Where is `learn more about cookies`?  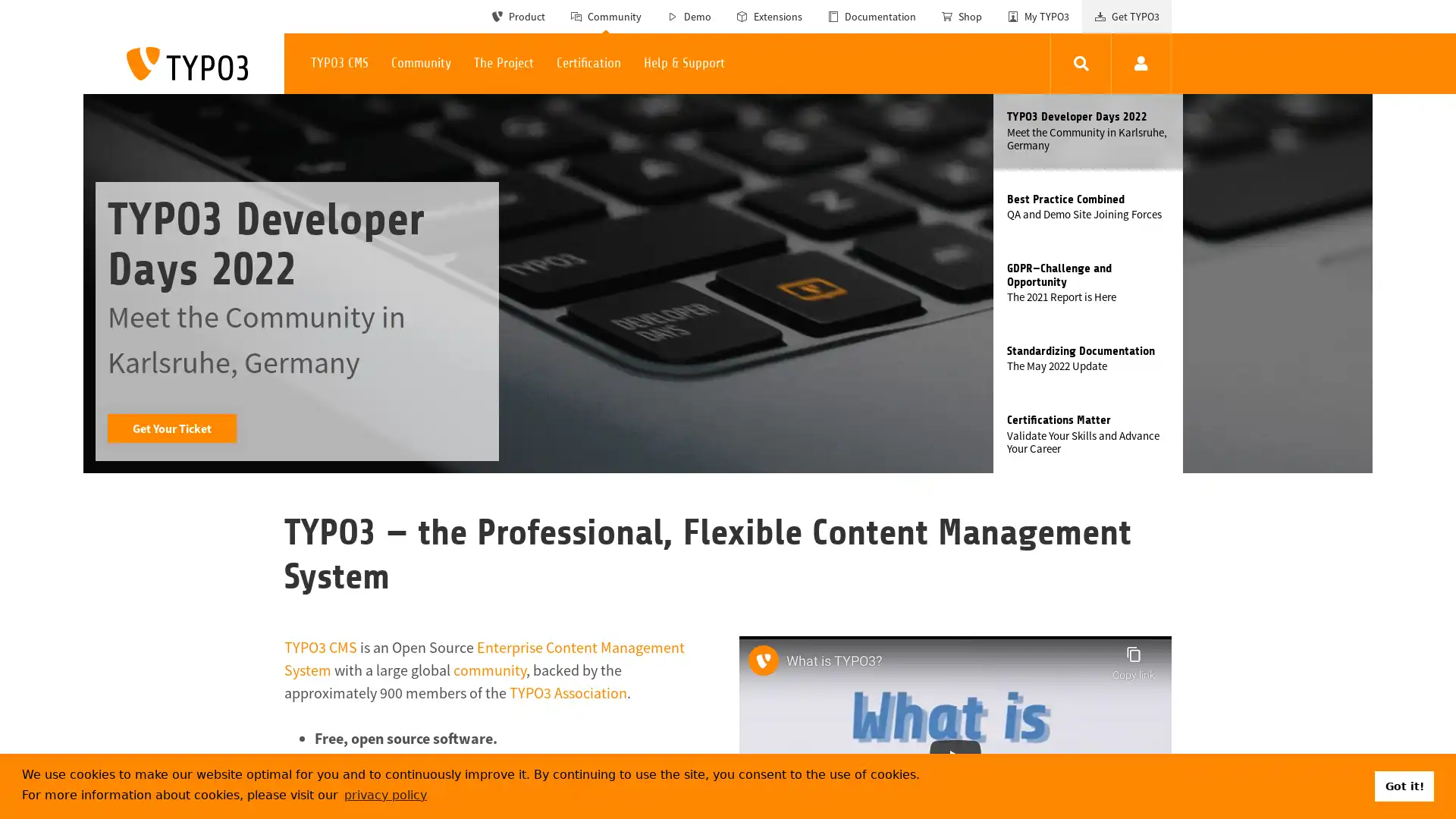 learn more about cookies is located at coordinates (385, 794).